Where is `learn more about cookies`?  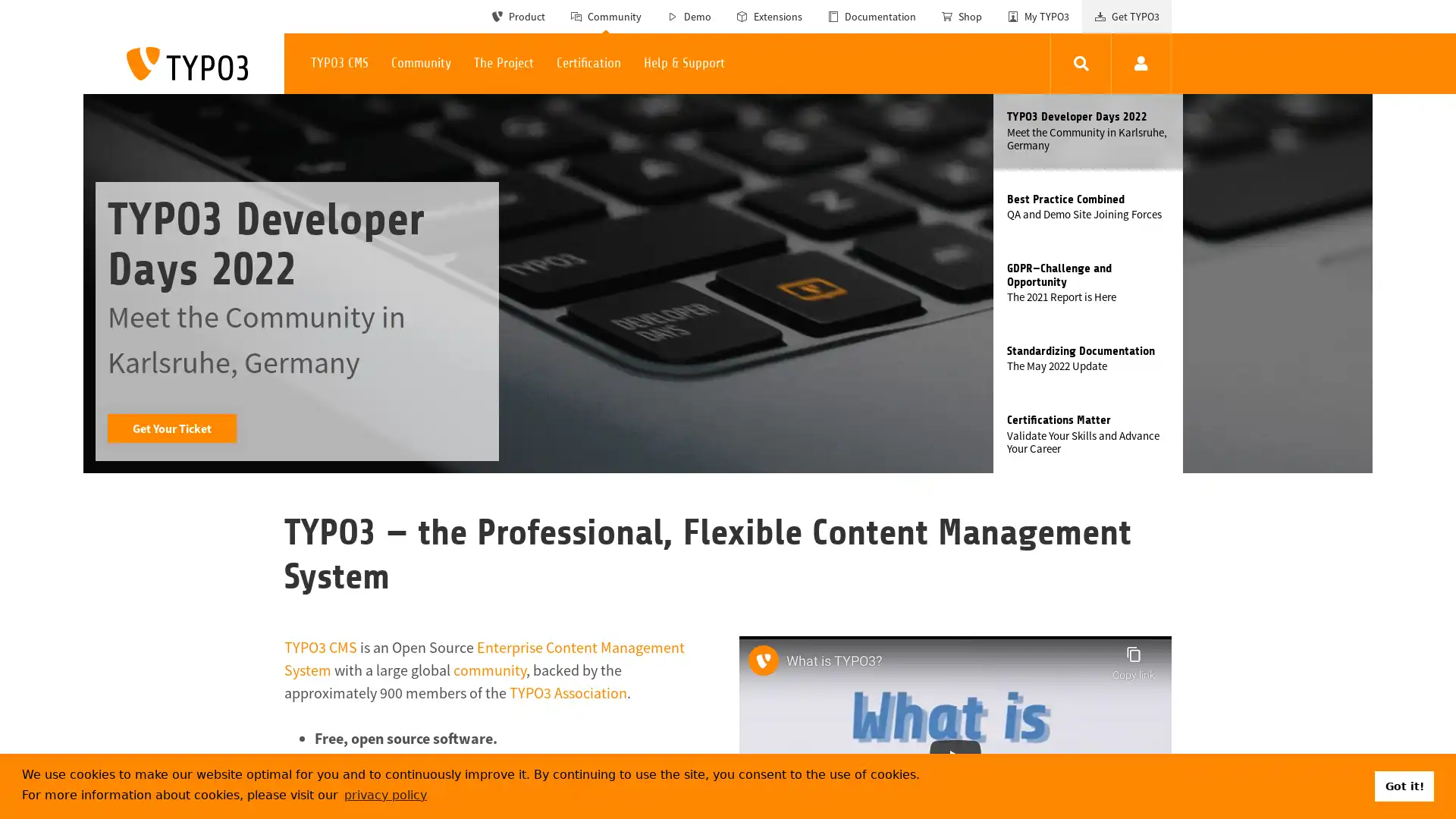 learn more about cookies is located at coordinates (385, 794).